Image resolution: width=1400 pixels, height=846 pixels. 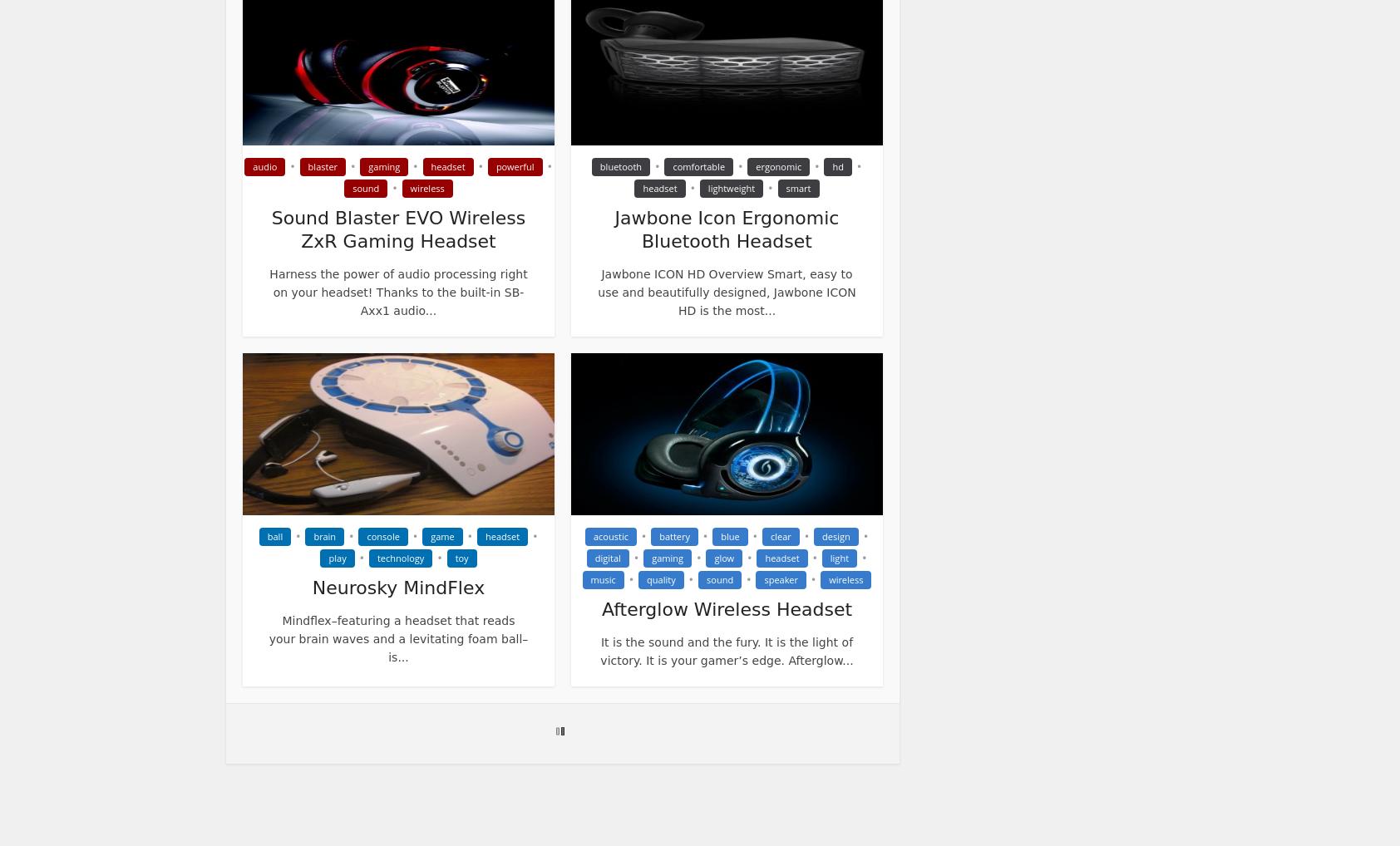 I want to click on 'acoustic', so click(x=610, y=535).